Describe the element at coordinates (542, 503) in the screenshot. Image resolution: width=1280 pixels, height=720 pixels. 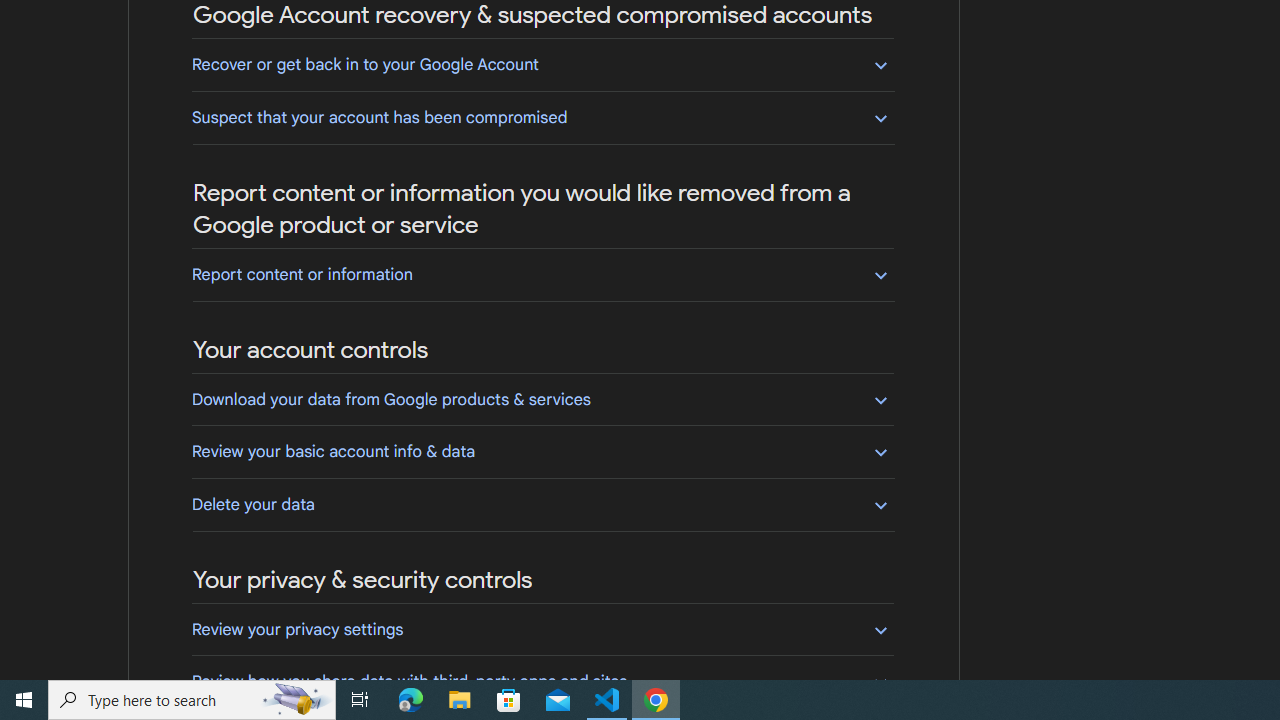
I see `'Delete your data'` at that location.